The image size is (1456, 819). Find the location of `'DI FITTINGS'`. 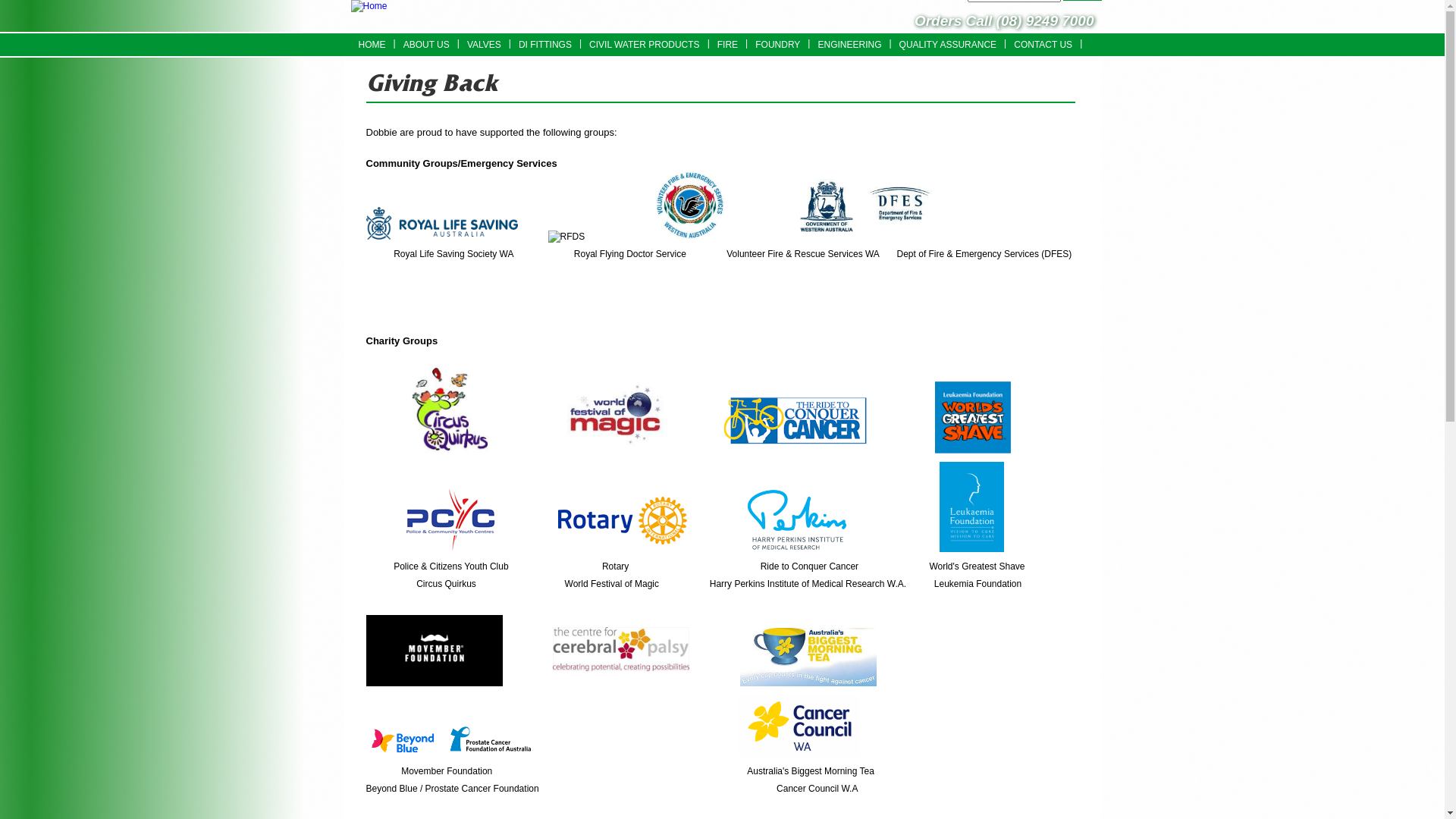

'DI FITTINGS' is located at coordinates (545, 44).